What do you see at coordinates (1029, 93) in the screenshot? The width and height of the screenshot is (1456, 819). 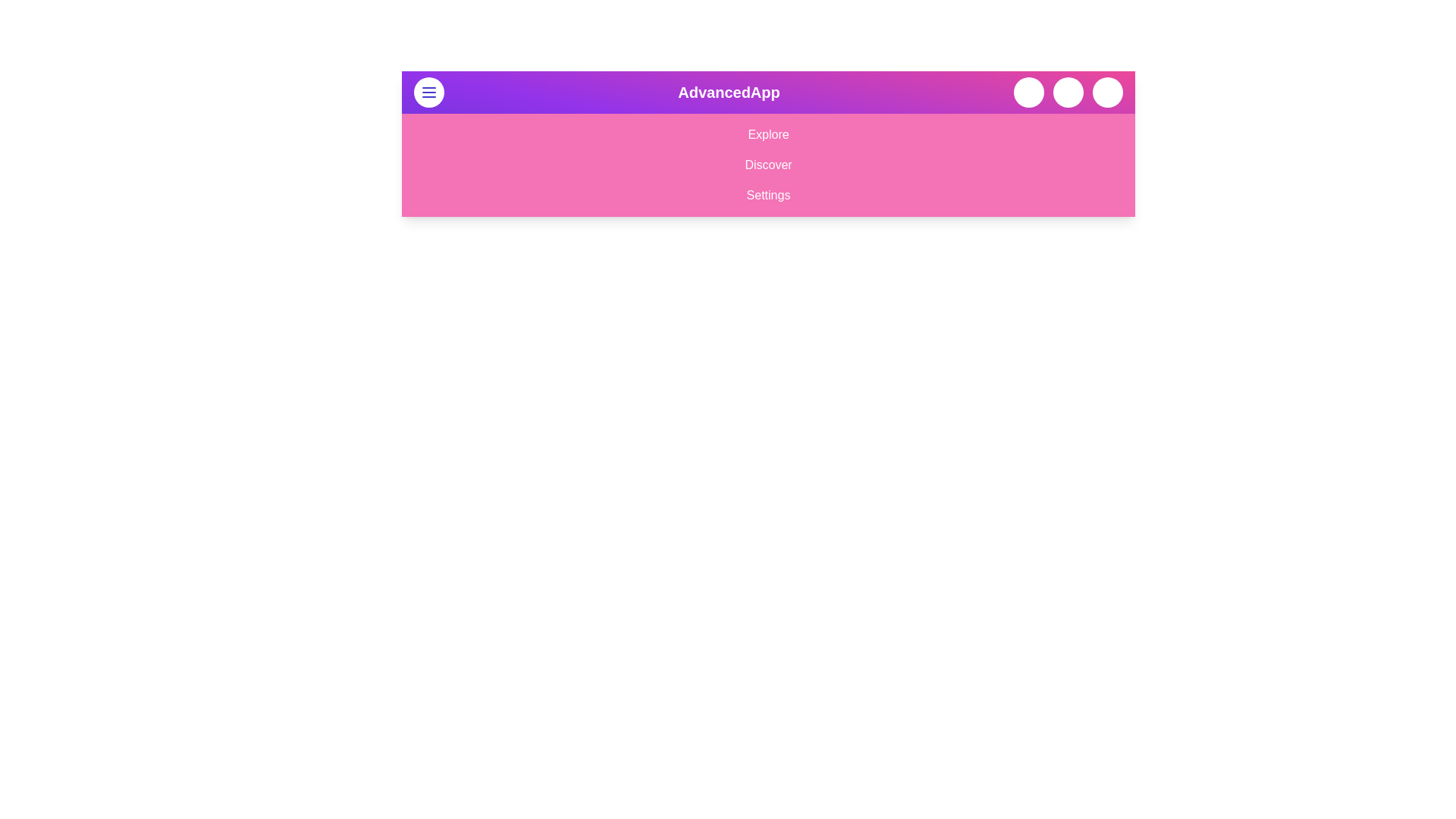 I see `the search icon to activate the search function` at bounding box center [1029, 93].